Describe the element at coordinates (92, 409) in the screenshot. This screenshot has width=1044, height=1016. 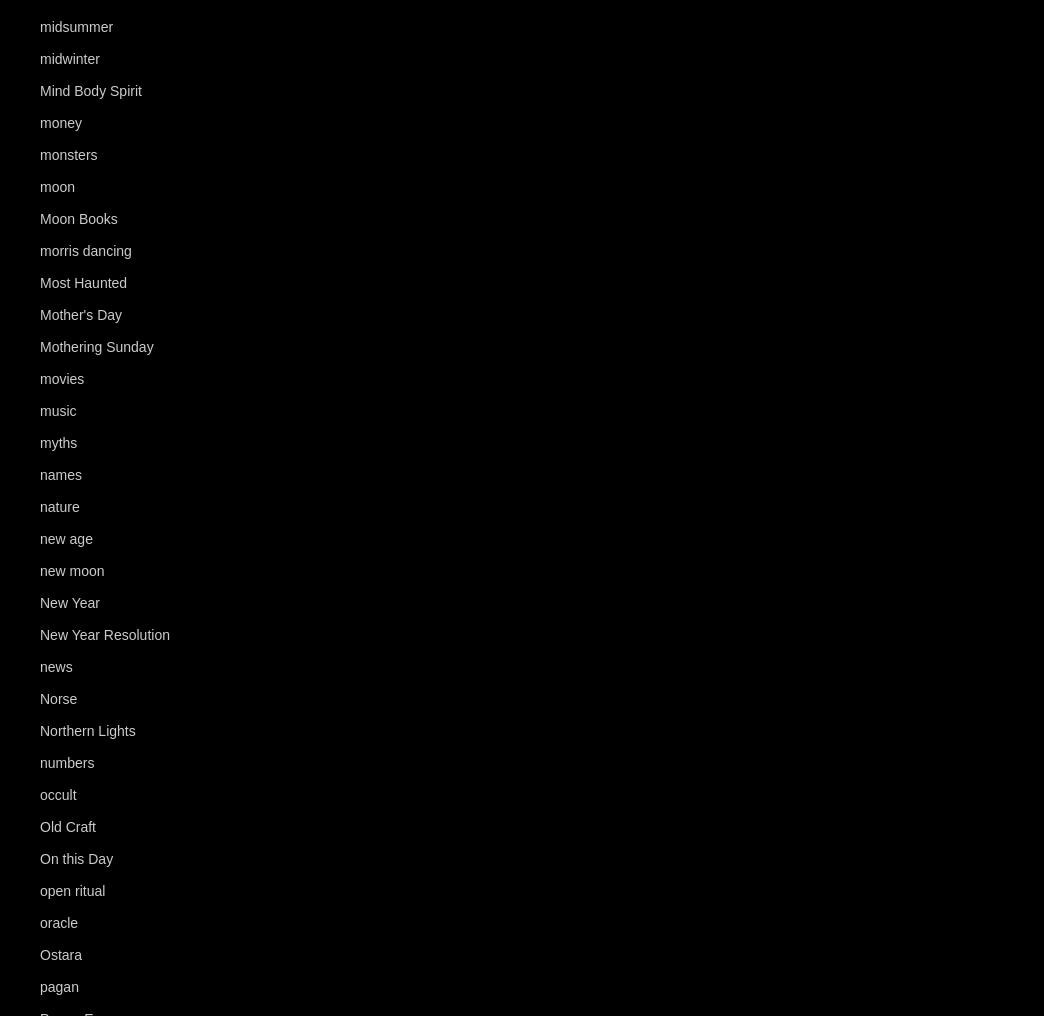
I see `'(93)'` at that location.